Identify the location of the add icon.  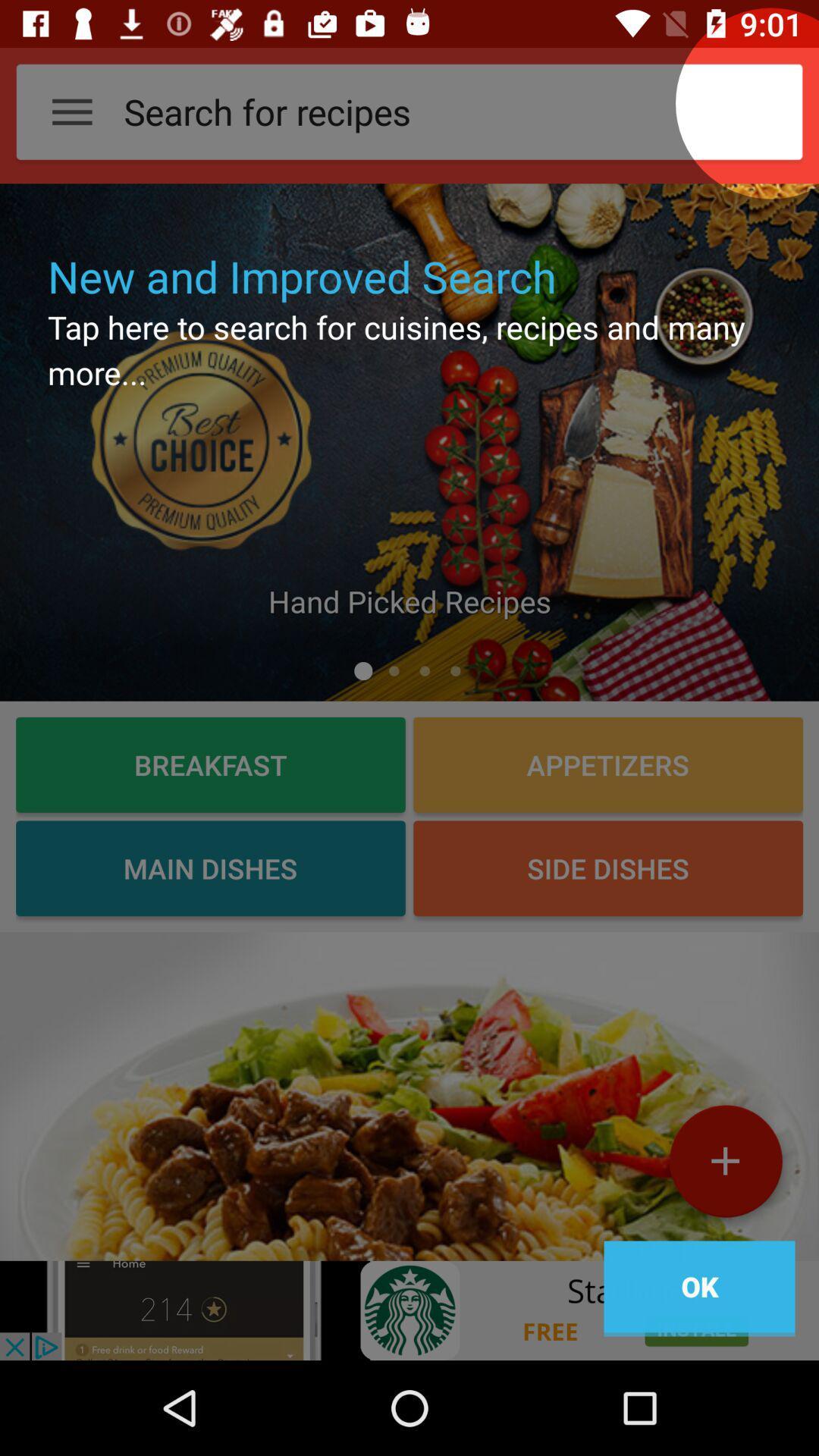
(724, 1166).